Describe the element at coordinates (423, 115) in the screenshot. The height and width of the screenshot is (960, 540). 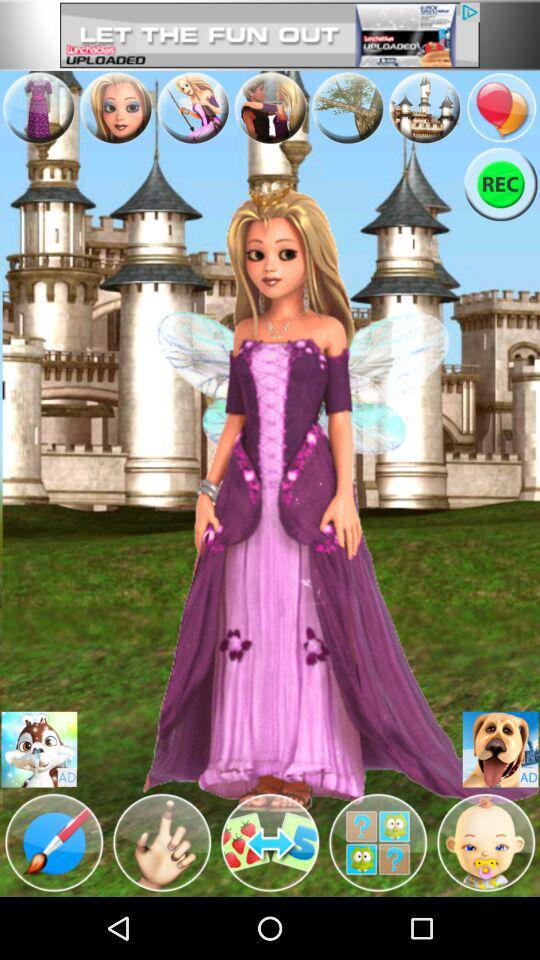
I see `the avatar icon` at that location.